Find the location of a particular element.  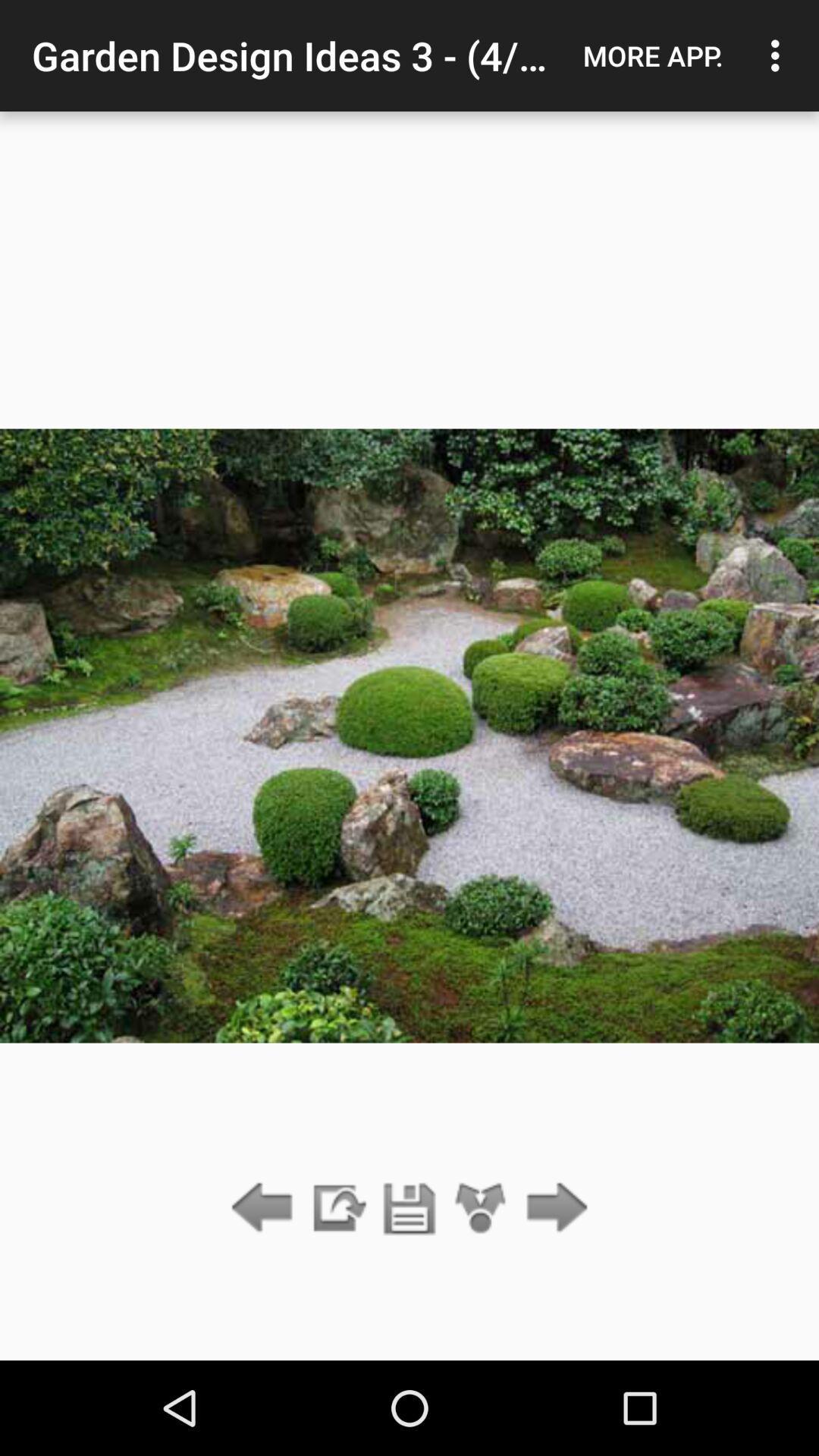

item at the bottom right corner is located at coordinates (553, 1208).